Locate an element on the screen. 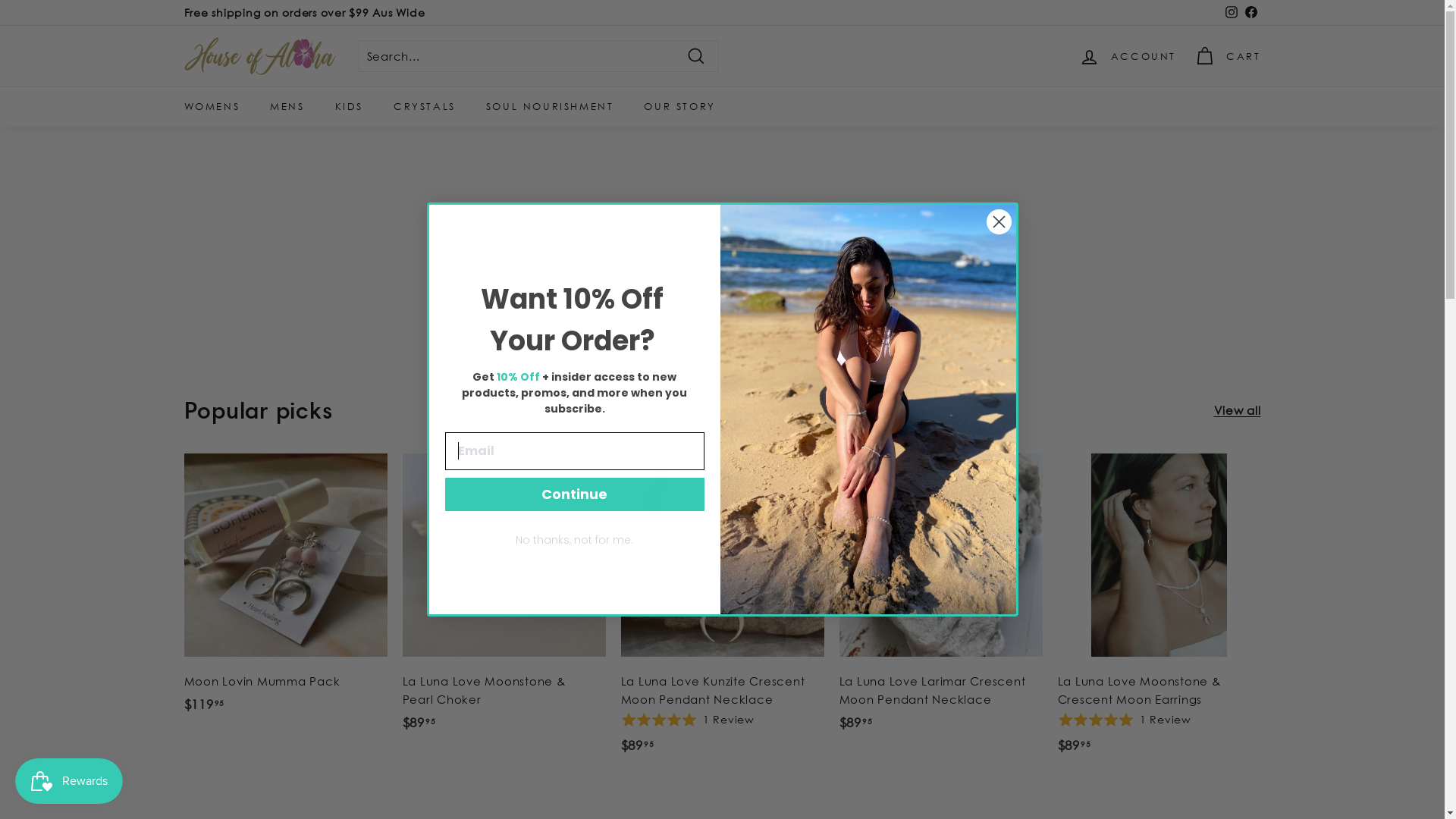  'View all' is located at coordinates (1237, 409).